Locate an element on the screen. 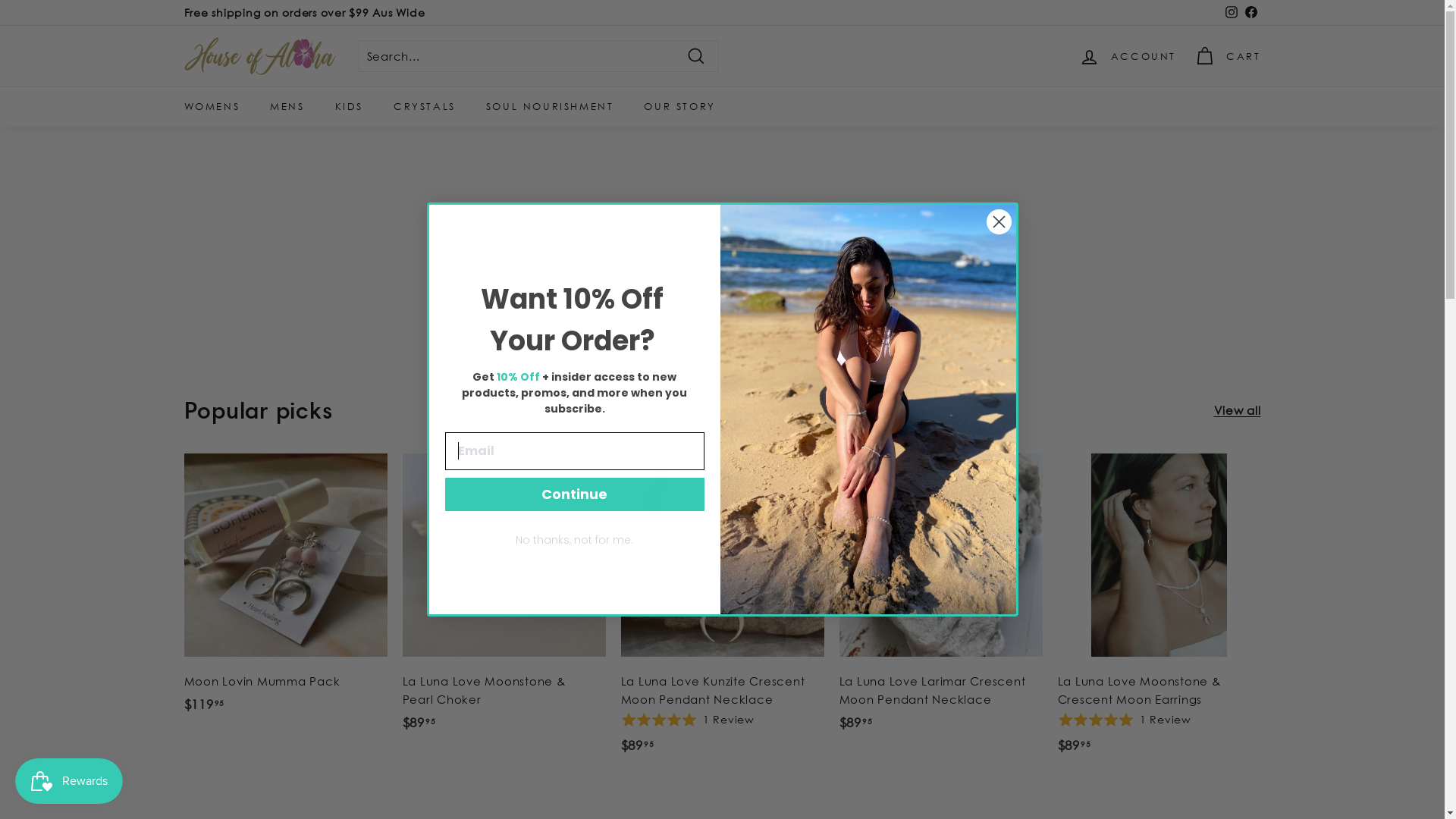  'View all' is located at coordinates (1237, 409).